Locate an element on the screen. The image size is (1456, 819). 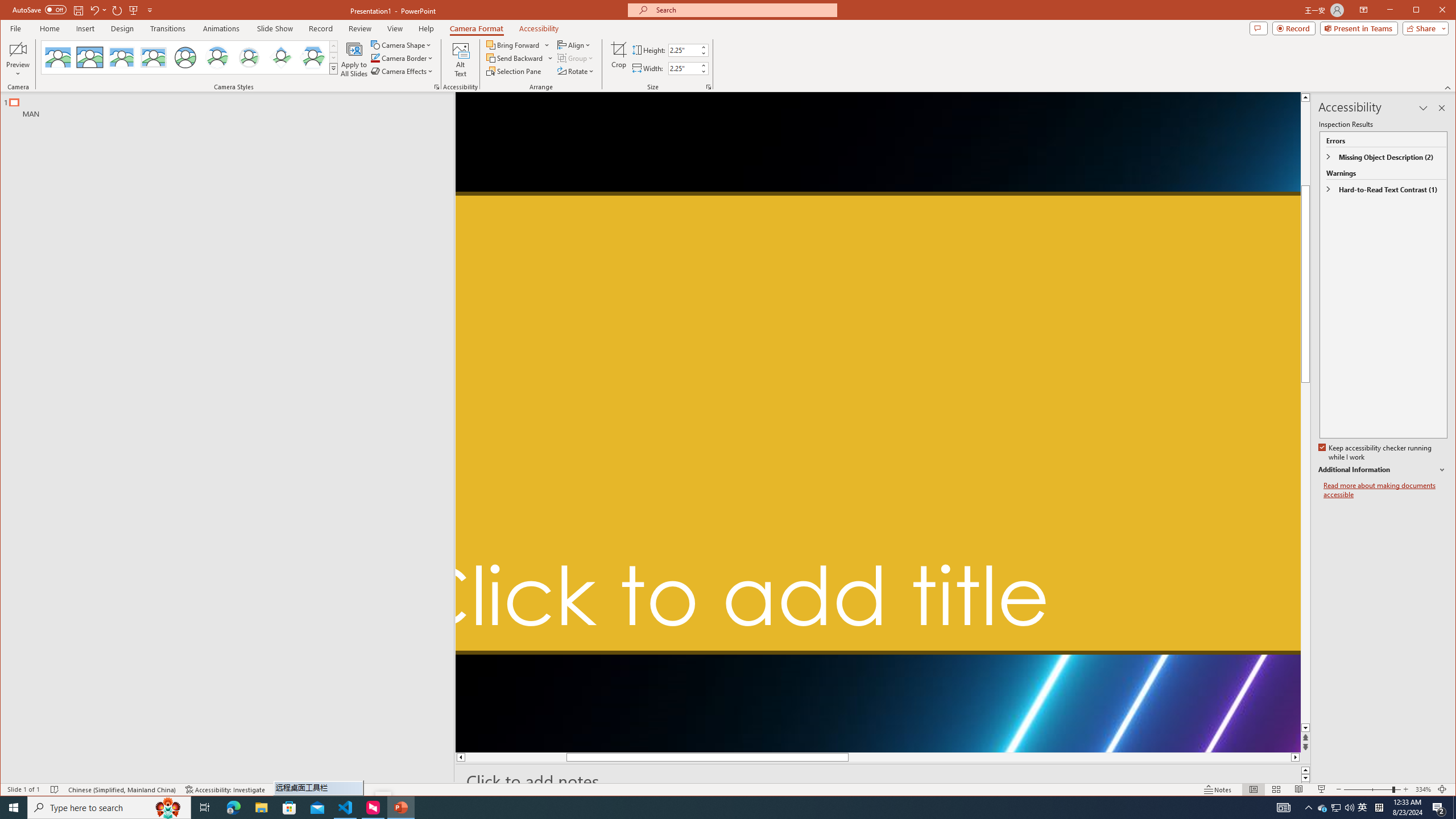
'Crop' is located at coordinates (619, 59).